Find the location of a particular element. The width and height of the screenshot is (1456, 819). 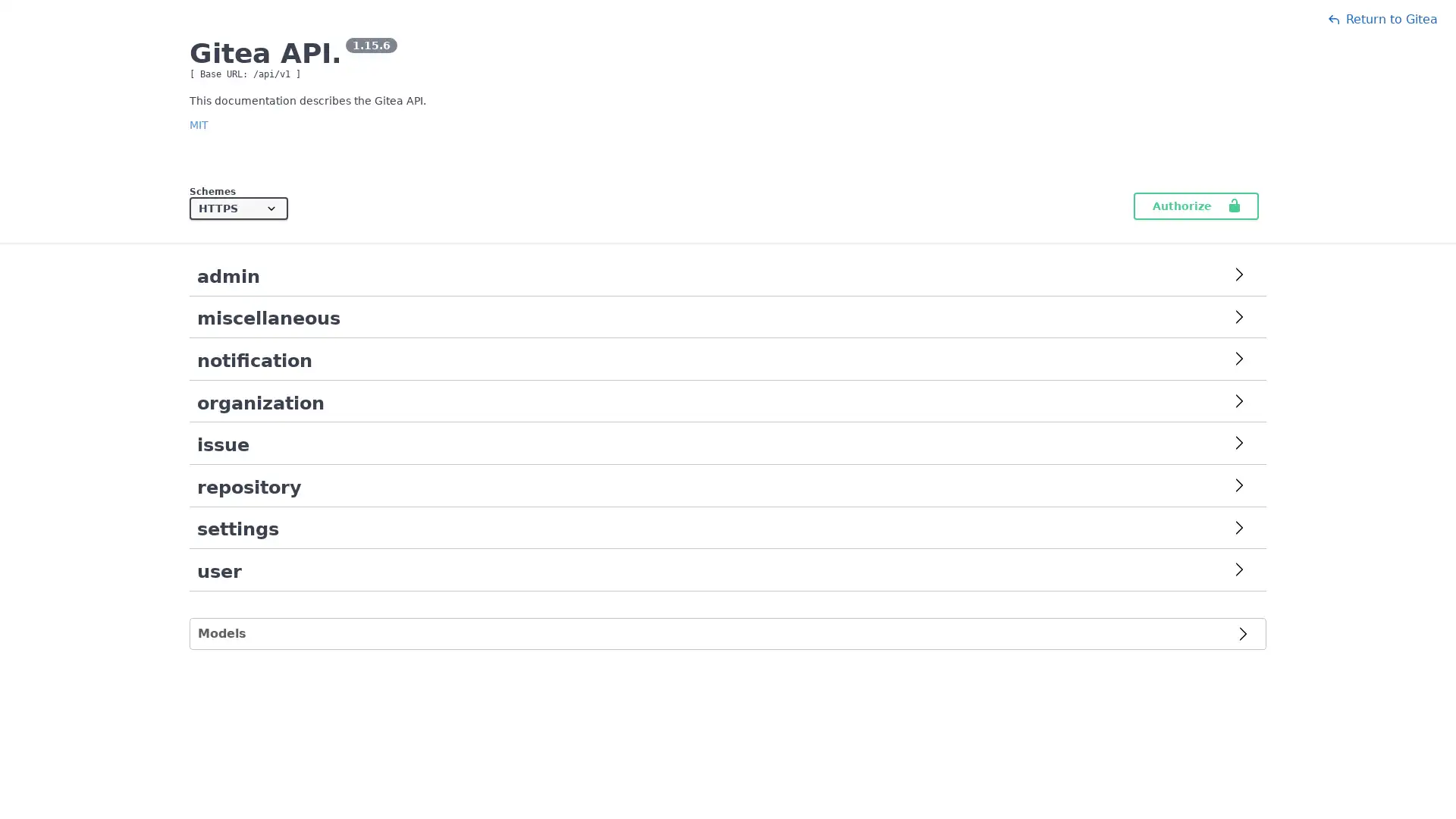

Expand operation is located at coordinates (1238, 318).